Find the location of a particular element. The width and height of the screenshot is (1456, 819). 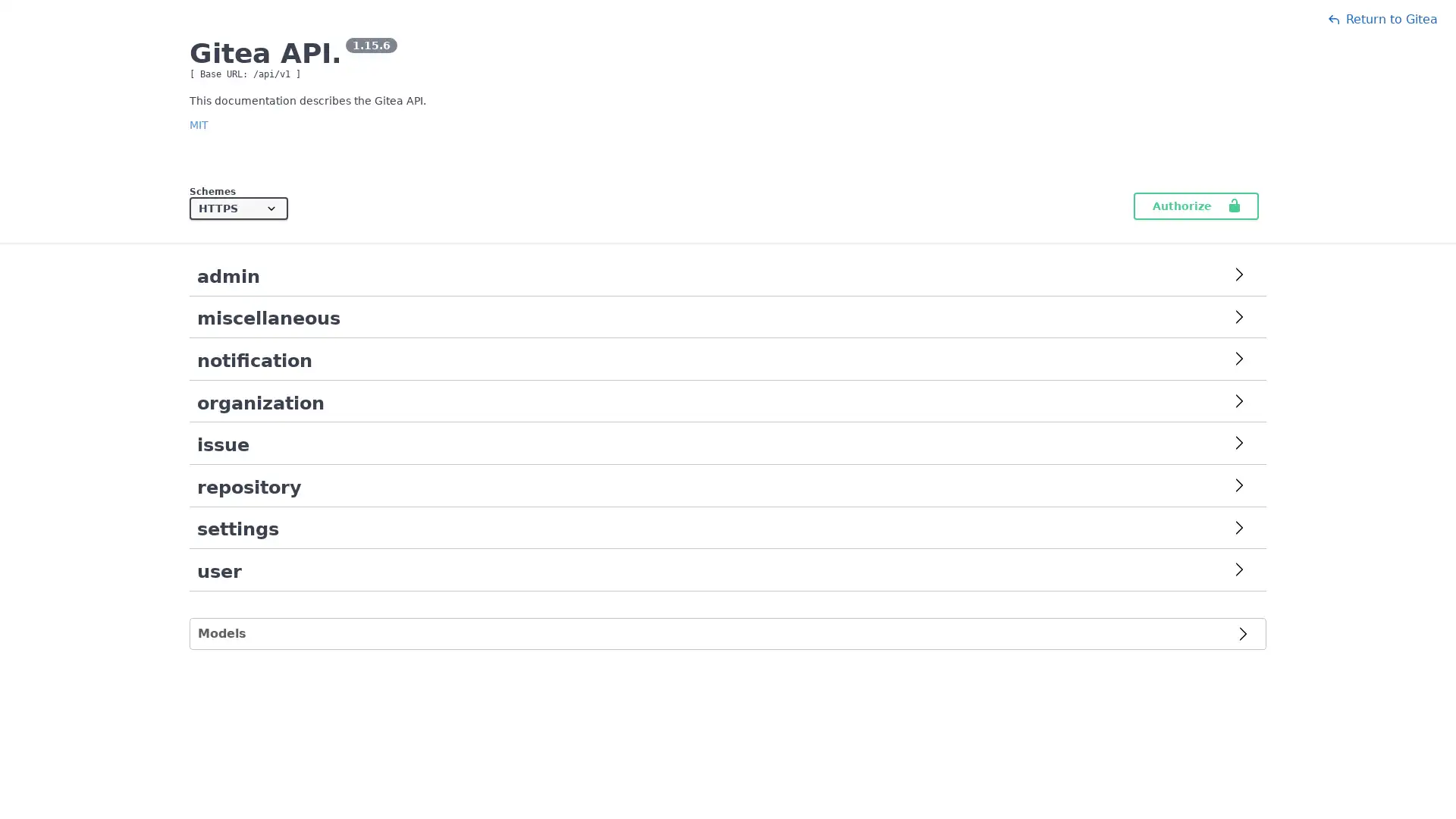

Expand operation is located at coordinates (1238, 318).